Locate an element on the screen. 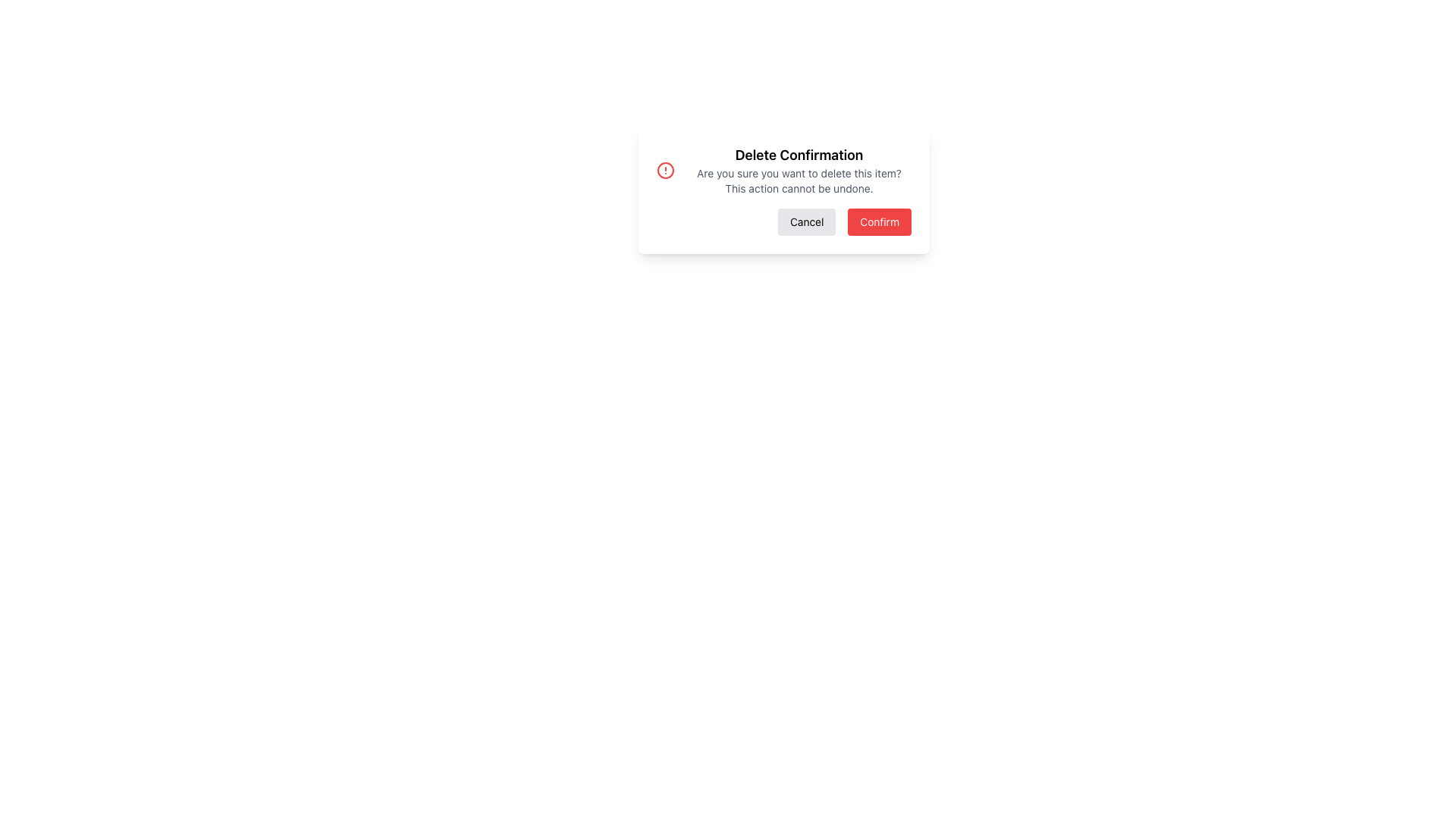 This screenshot has height=819, width=1456. bold, large text heading displaying 'Delete Confirmation' located at the top center of the confirmation dialog box is located at coordinates (799, 155).